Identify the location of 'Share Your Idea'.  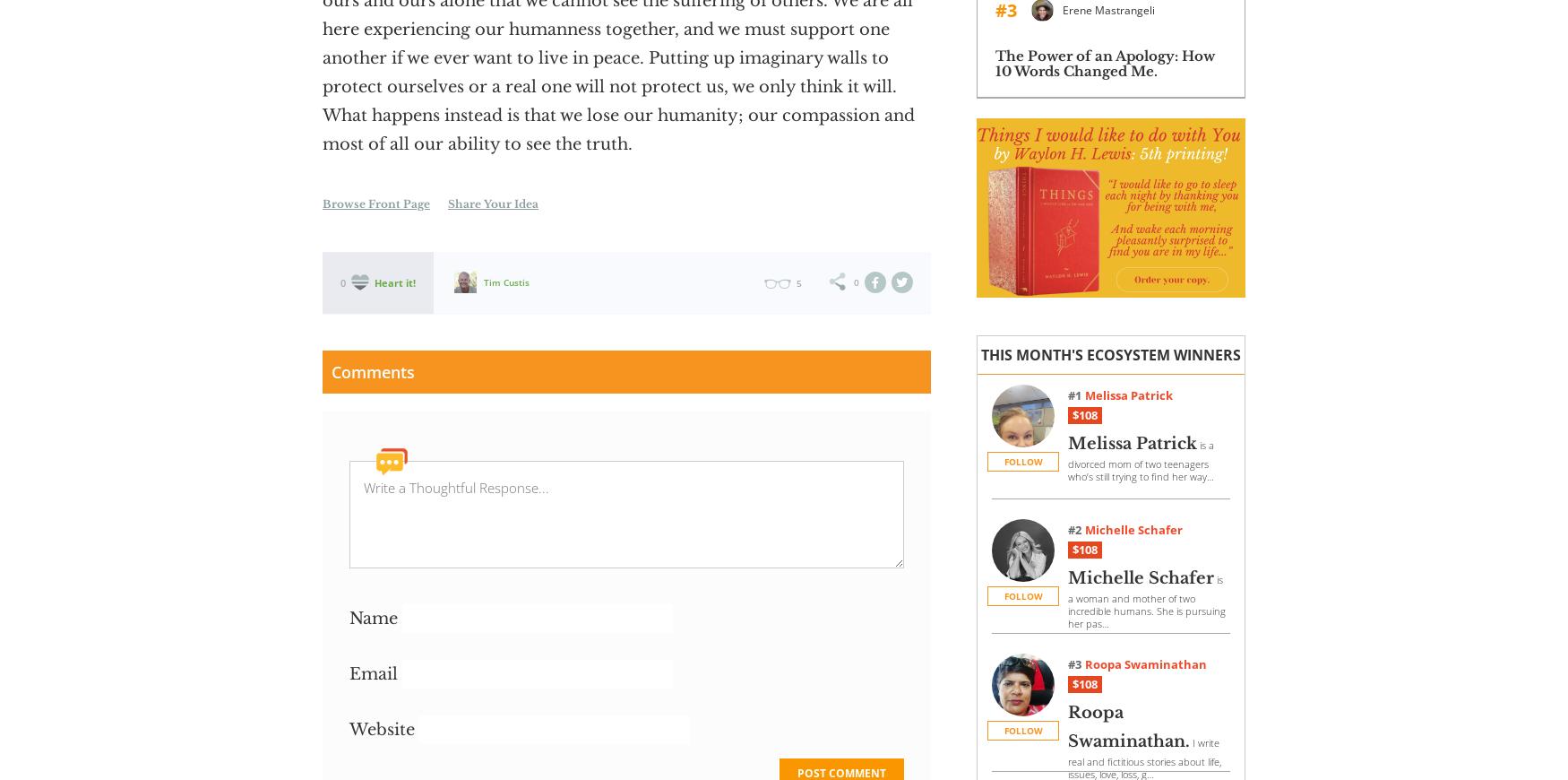
(492, 204).